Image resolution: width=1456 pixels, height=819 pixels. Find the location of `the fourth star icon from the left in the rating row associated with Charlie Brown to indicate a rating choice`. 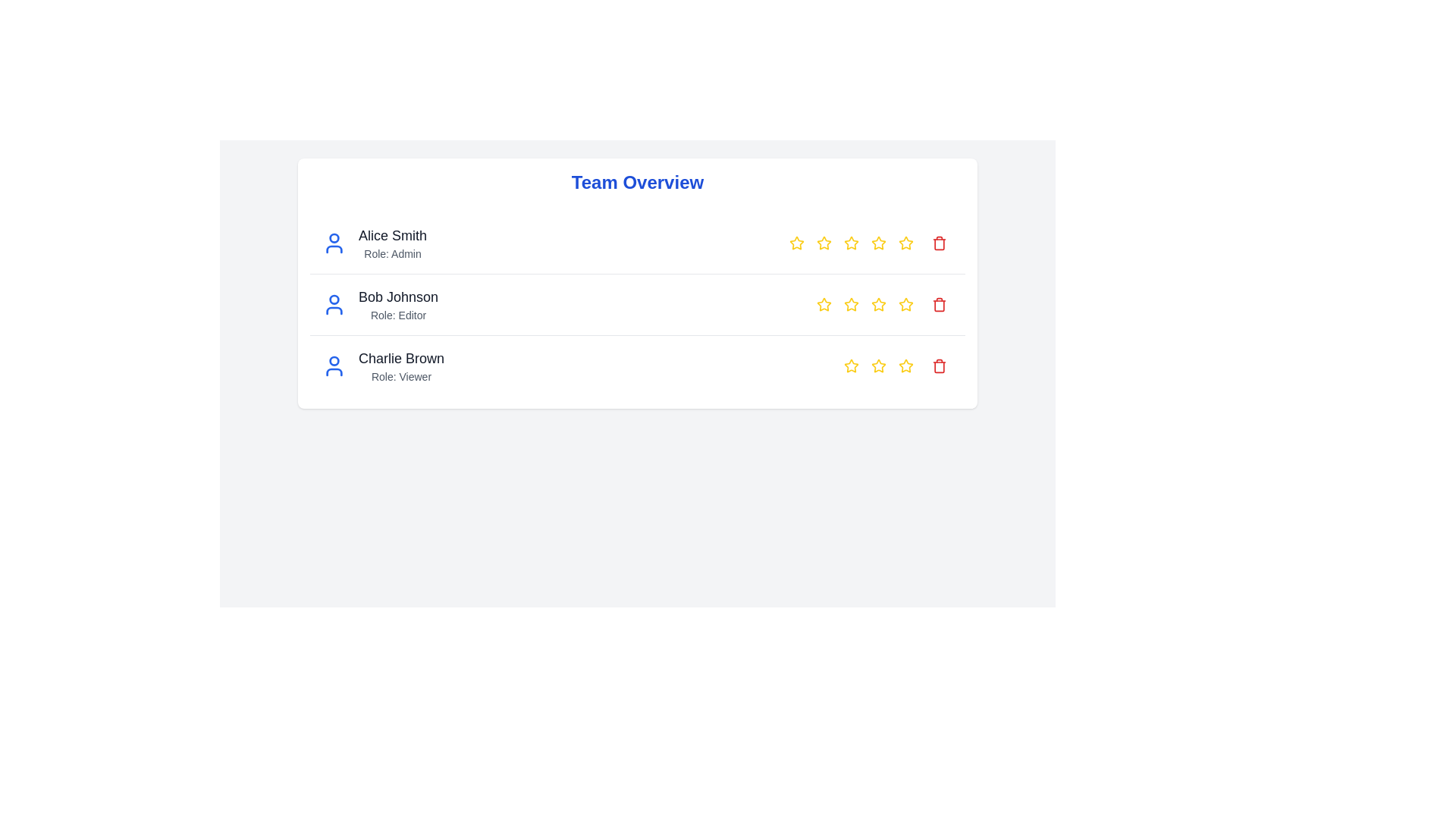

the fourth star icon from the left in the rating row associated with Charlie Brown to indicate a rating choice is located at coordinates (906, 366).